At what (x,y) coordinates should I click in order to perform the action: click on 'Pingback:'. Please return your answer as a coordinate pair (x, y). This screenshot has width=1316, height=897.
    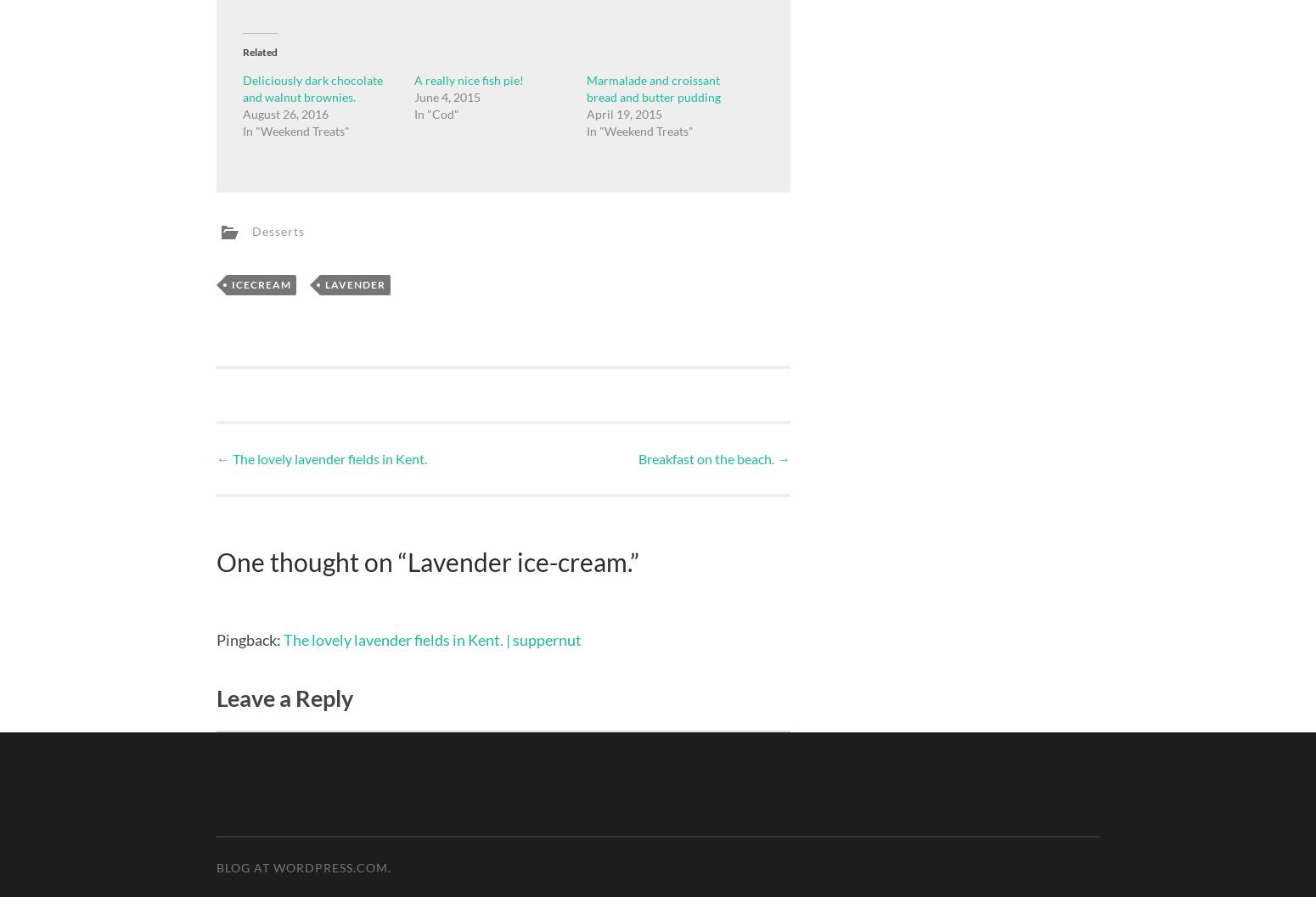
    Looking at the image, I should click on (250, 638).